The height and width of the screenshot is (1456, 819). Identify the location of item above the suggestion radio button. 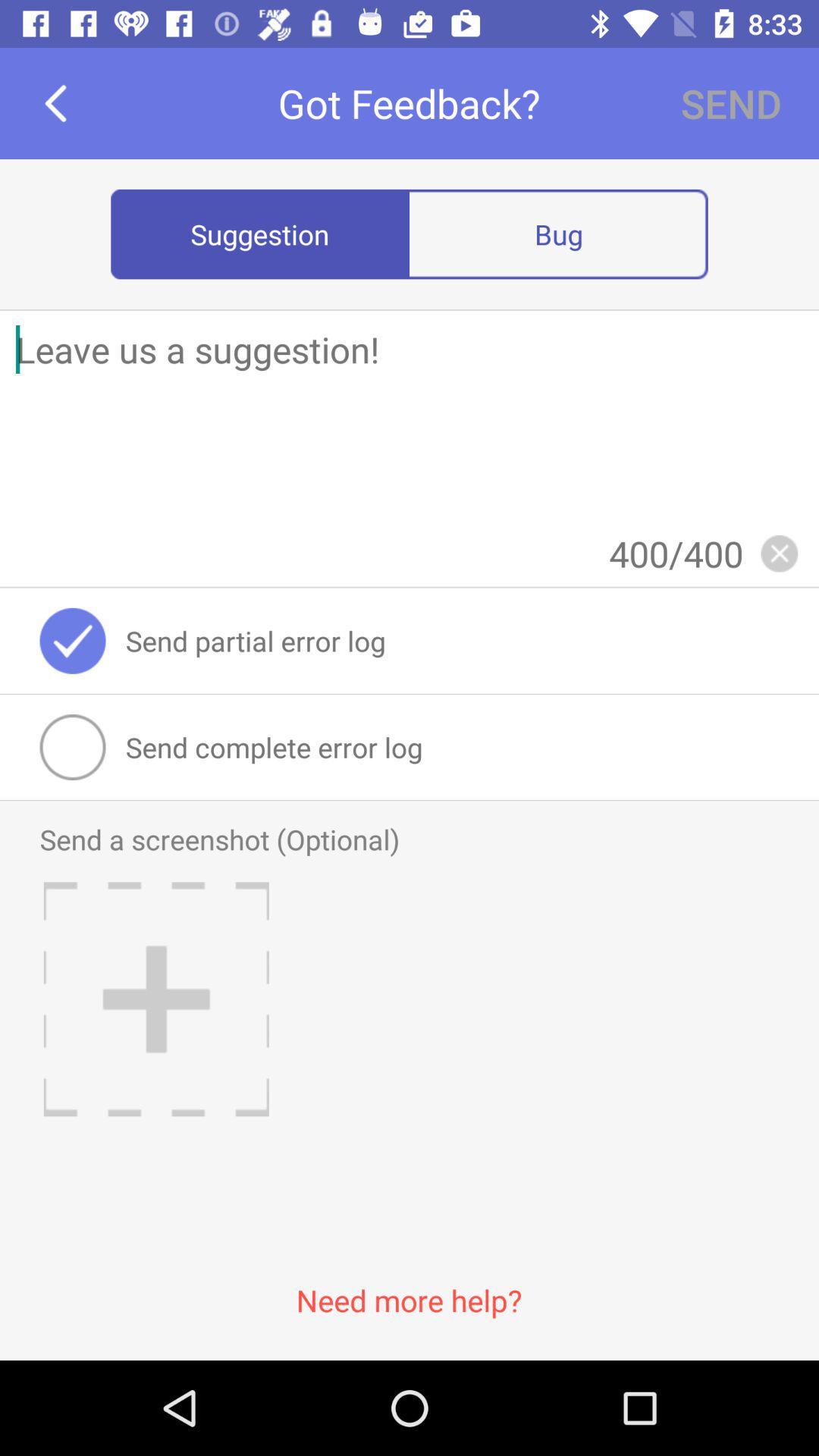
(55, 102).